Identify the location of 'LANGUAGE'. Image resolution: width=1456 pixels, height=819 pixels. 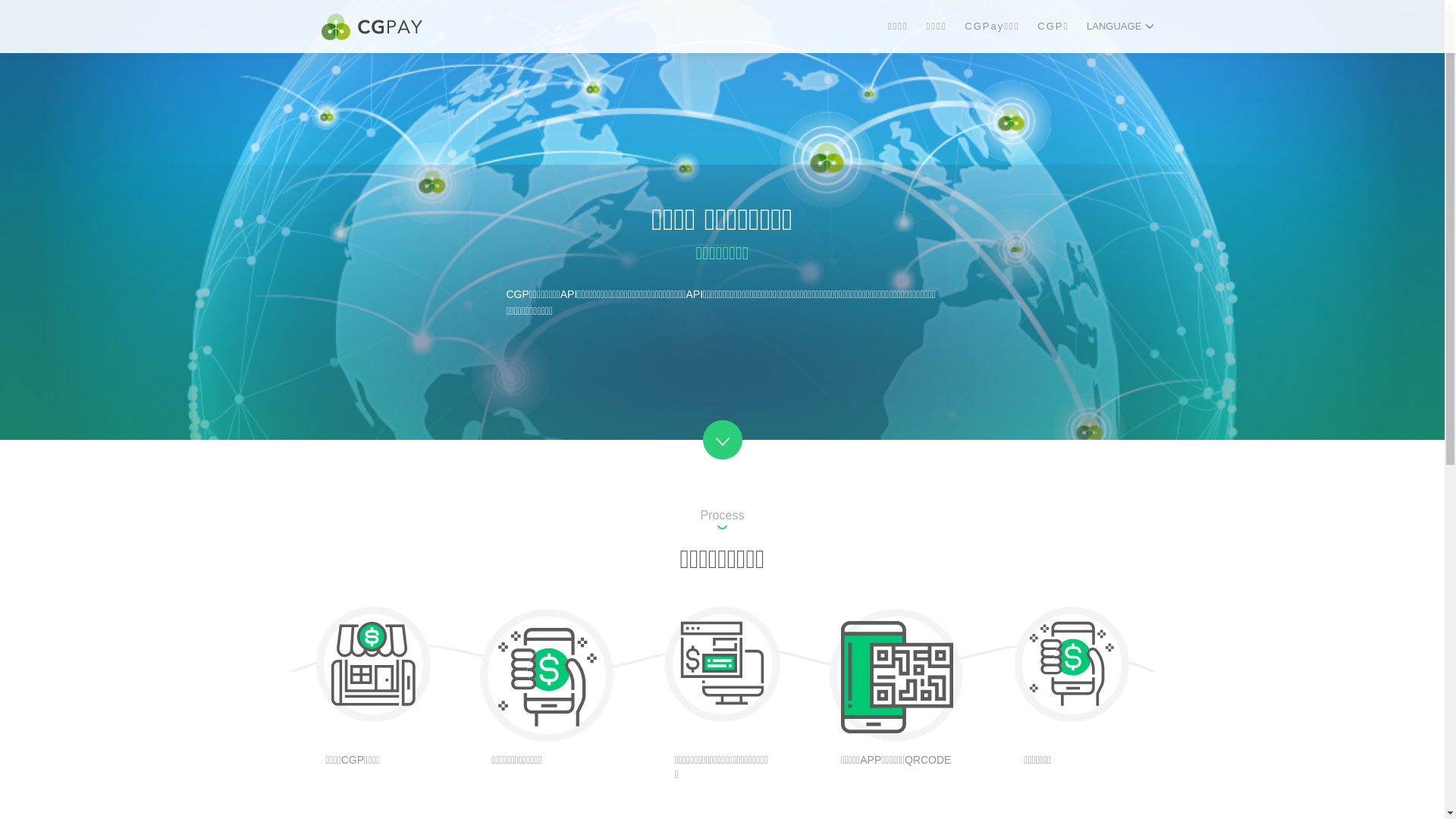
(1120, 26).